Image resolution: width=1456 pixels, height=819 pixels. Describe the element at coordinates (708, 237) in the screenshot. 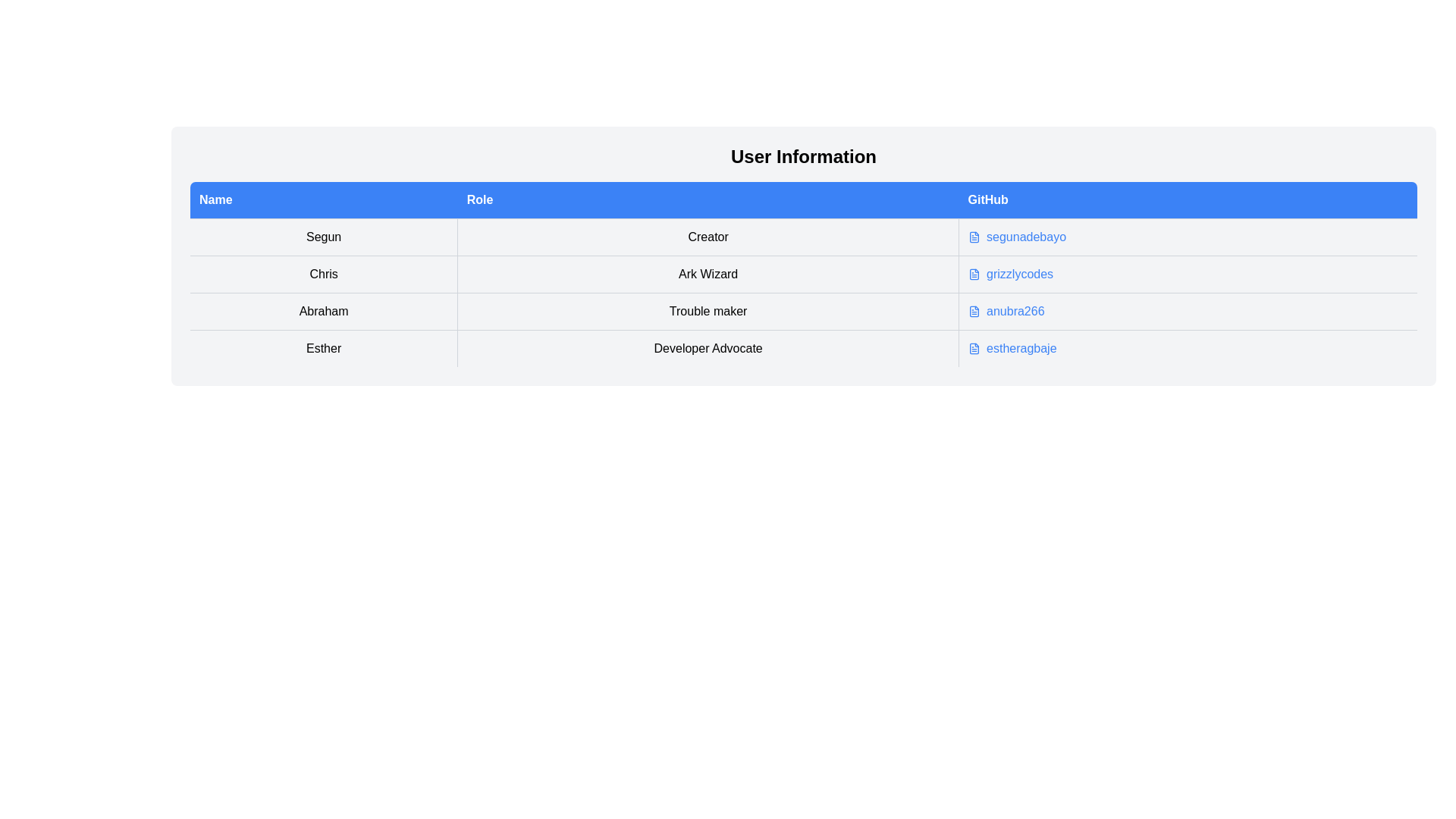

I see `text in the second cell of the first row of the table, which provides additional descriptive information about the user 'Segun'` at that location.